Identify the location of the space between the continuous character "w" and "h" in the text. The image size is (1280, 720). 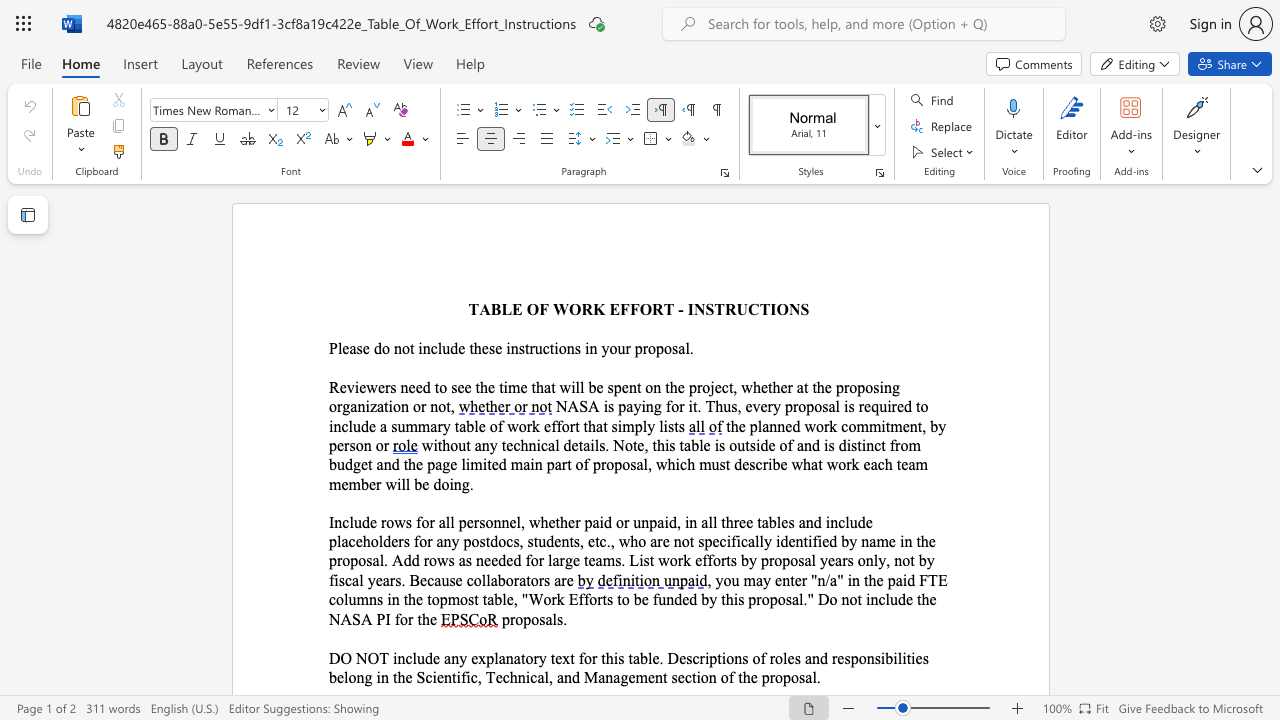
(751, 387).